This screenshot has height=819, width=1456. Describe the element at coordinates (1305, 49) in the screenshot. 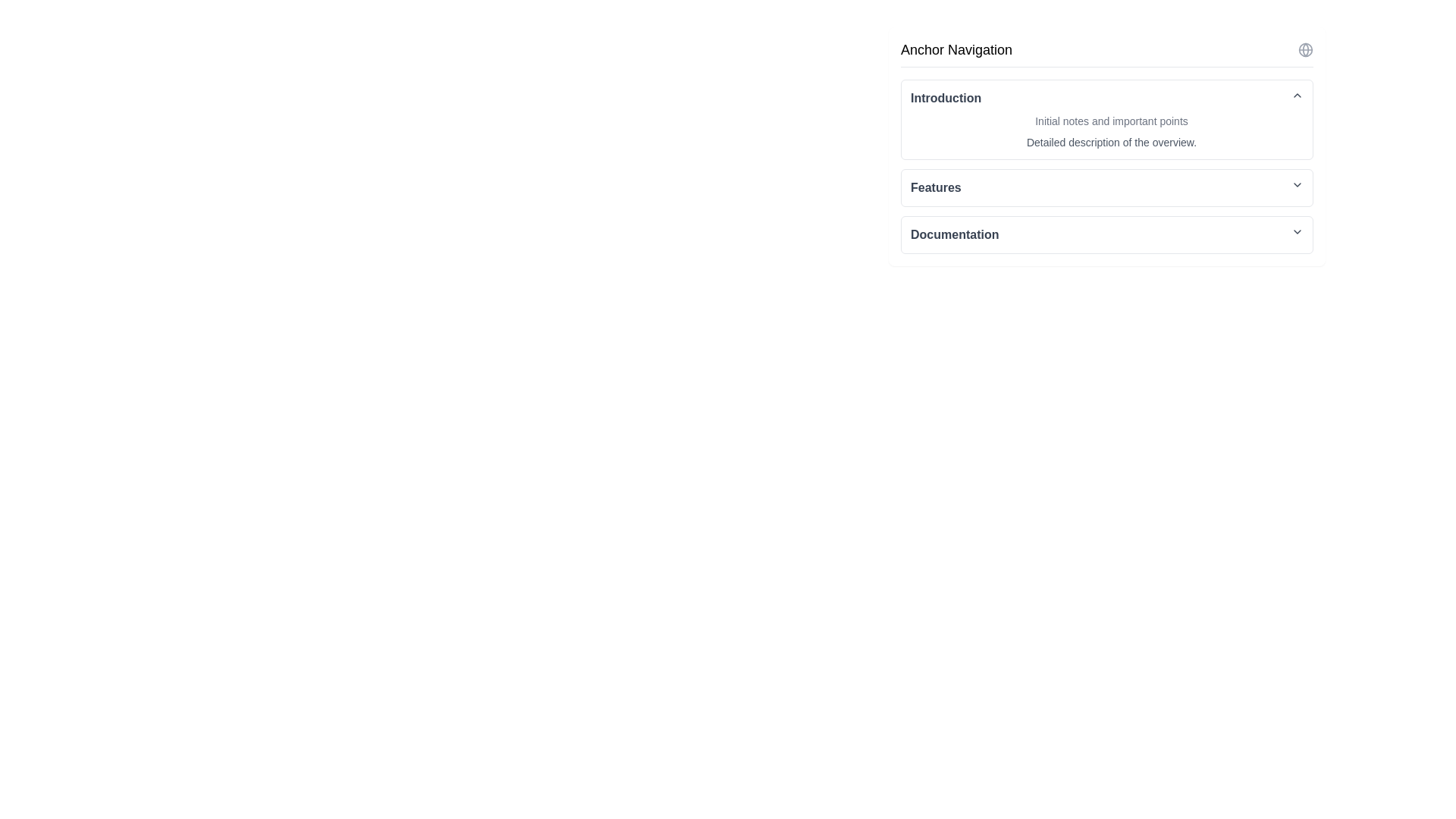

I see `the decorative SVG circle located in the top-right corner of the UI section, which is part of a globe icon` at that location.